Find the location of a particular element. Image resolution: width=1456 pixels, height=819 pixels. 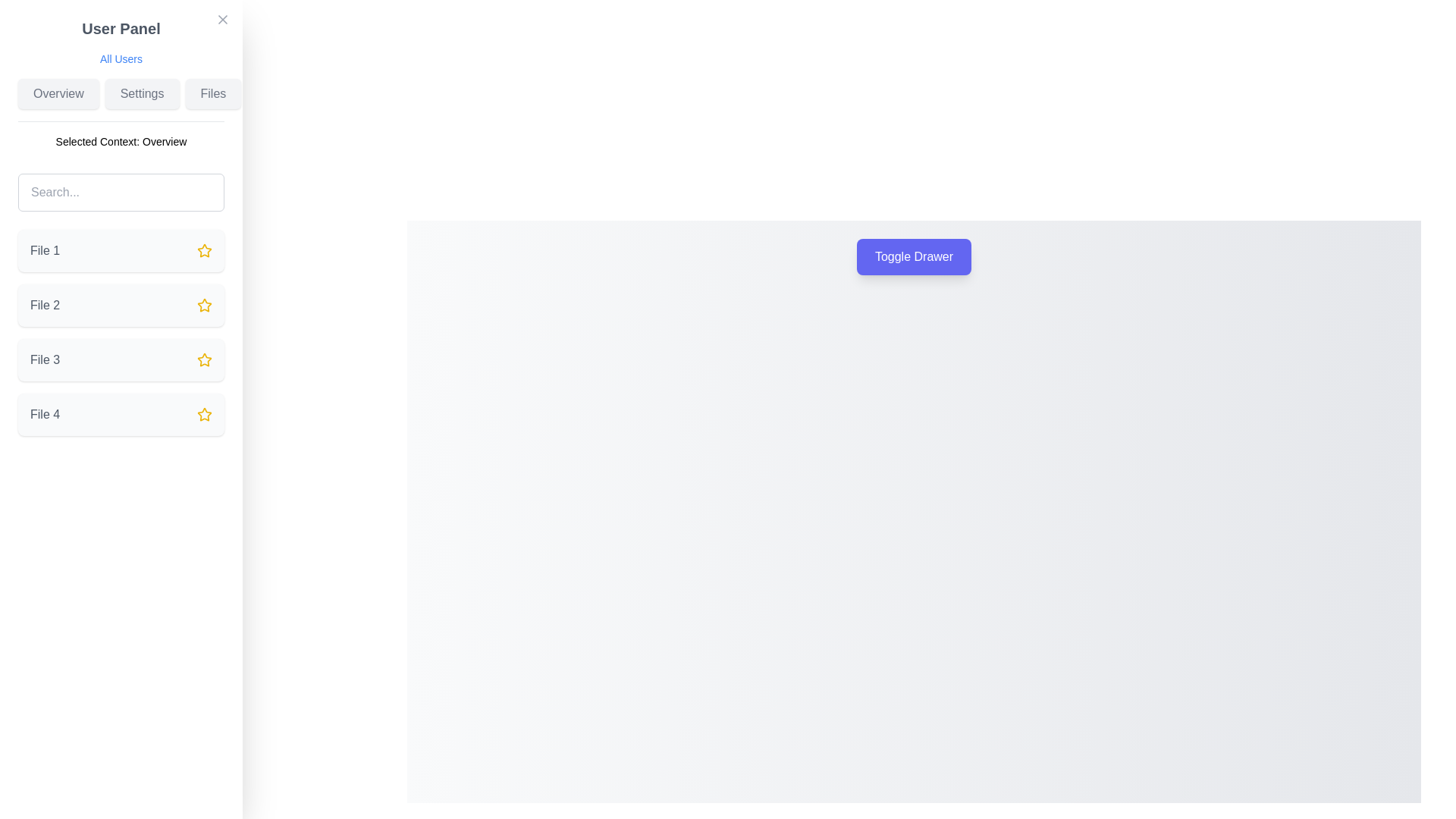

text content of the 'User Panel' section header located at the top of the vertical sidebar is located at coordinates (120, 29).